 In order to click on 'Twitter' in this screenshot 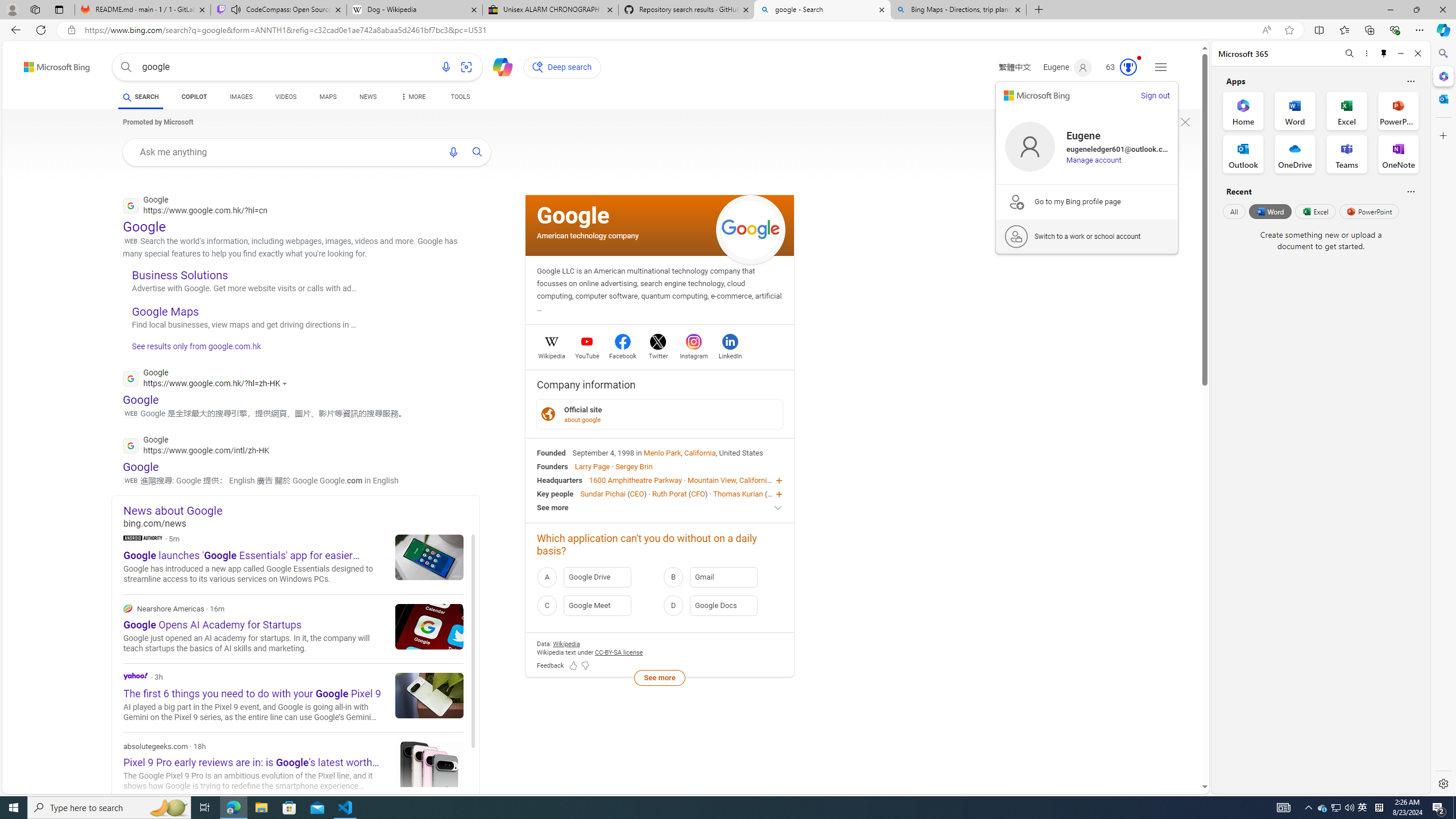, I will do `click(658, 354)`.